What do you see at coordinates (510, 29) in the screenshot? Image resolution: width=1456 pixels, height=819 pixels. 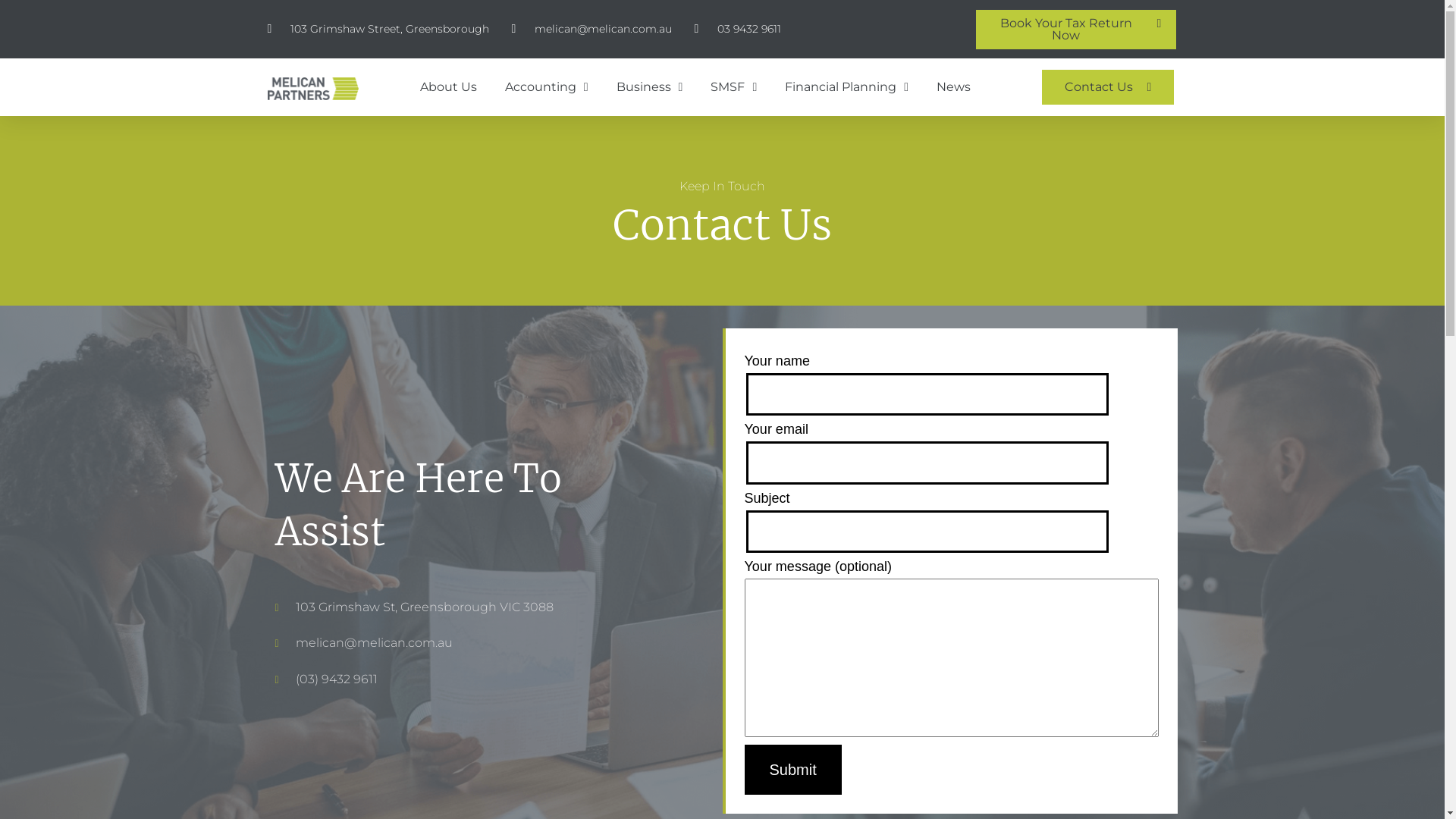 I see `'melican@melican.com.au'` at bounding box center [510, 29].